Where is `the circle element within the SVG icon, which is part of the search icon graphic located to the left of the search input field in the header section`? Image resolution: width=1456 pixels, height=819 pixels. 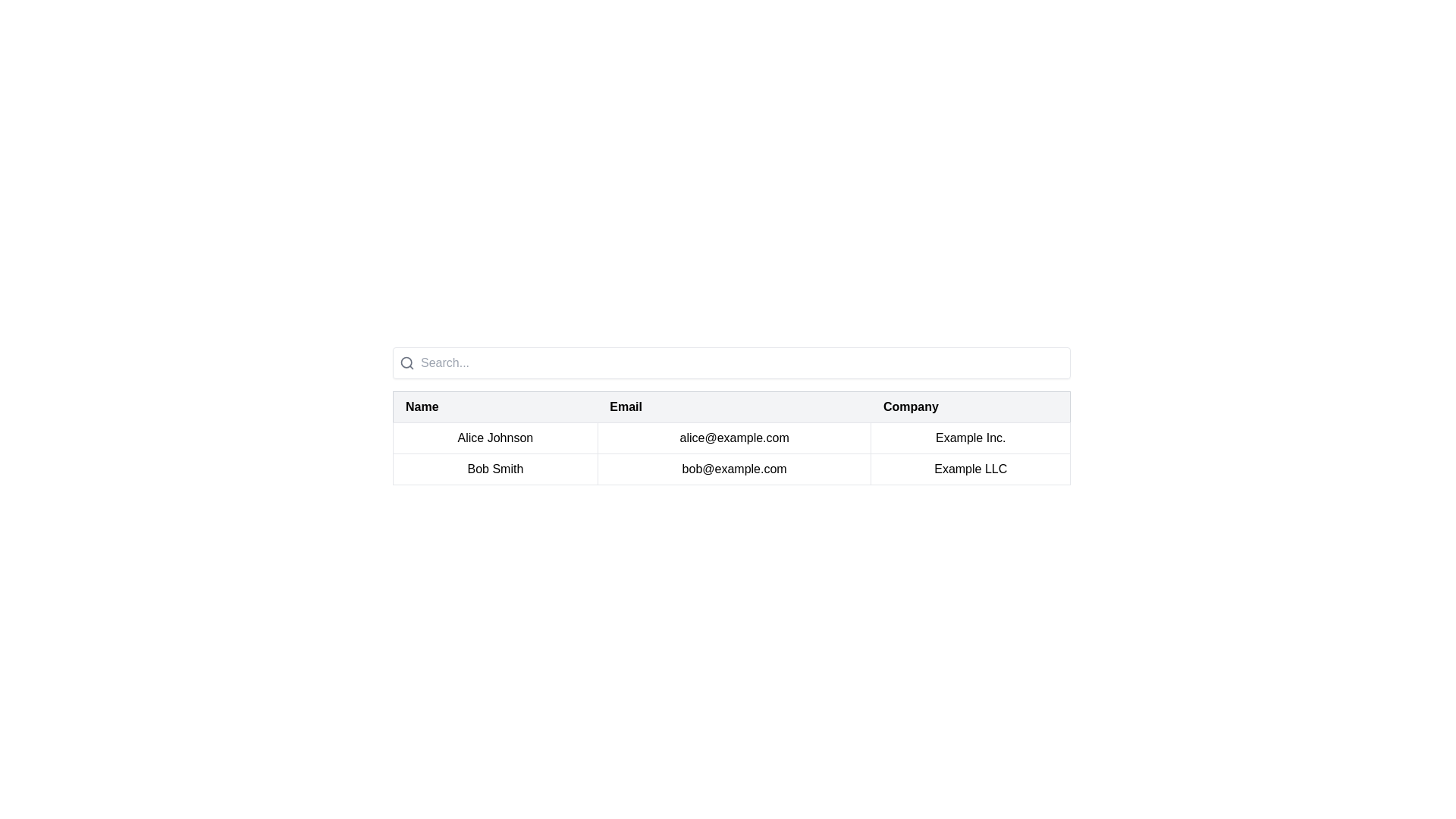
the circle element within the SVG icon, which is part of the search icon graphic located to the left of the search input field in the header section is located at coordinates (406, 362).